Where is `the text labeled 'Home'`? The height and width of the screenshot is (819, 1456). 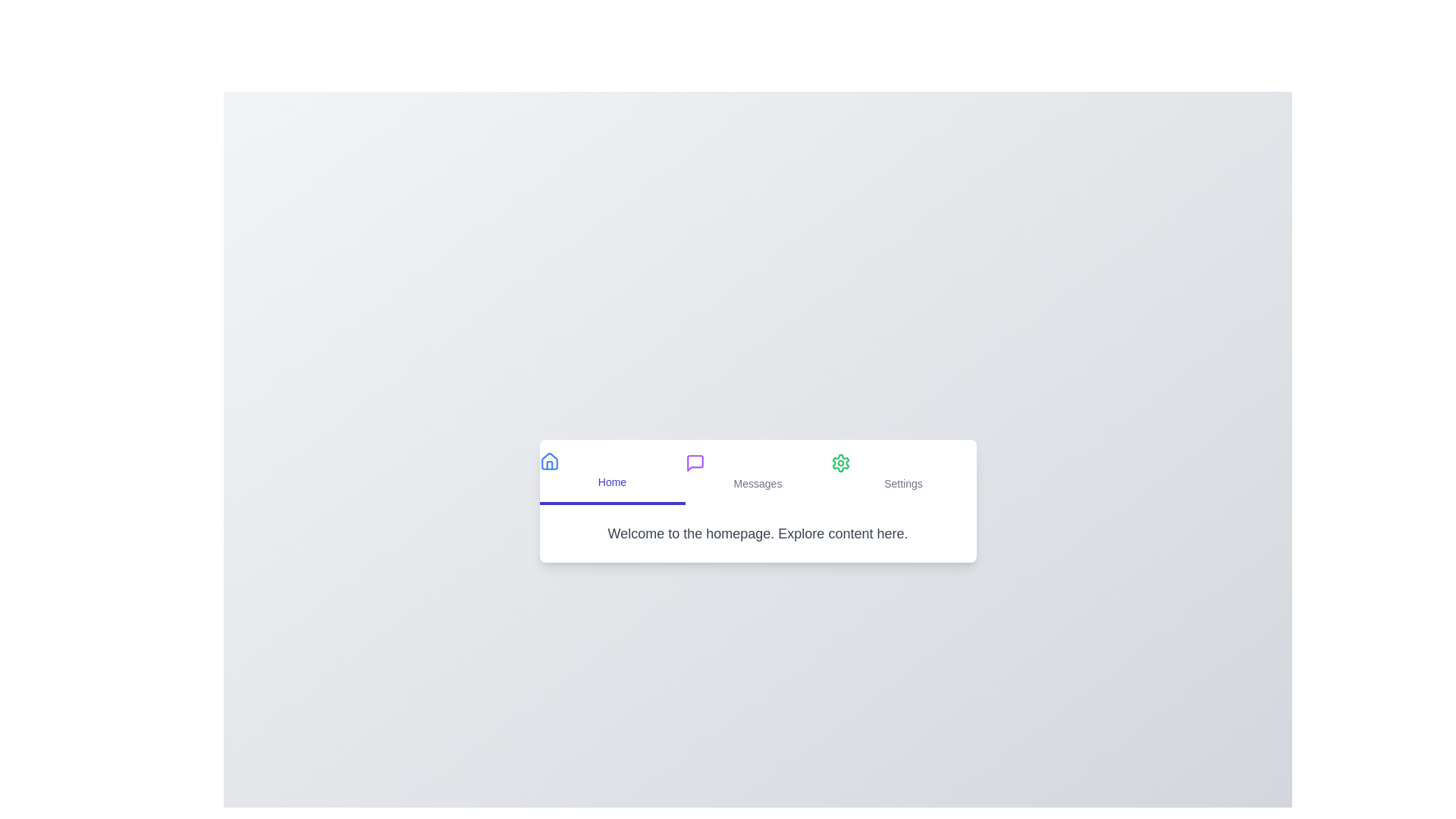
the text labeled 'Home' is located at coordinates (612, 472).